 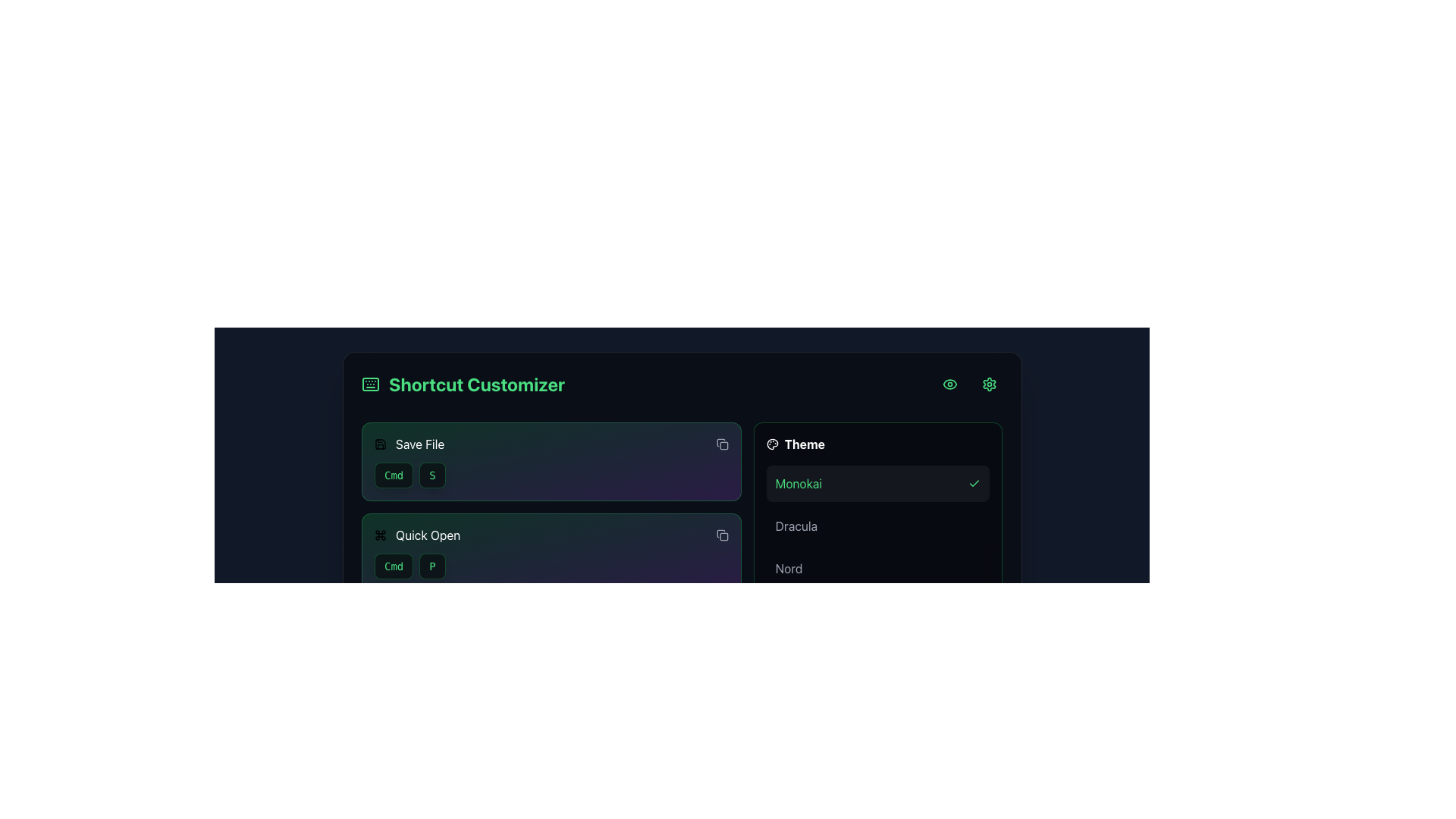 I want to click on the 'S' text label within the styled box, which is part of a keyboard shortcut for saving a file, positioned to the right of the 'Cmd' box, so click(x=431, y=475).